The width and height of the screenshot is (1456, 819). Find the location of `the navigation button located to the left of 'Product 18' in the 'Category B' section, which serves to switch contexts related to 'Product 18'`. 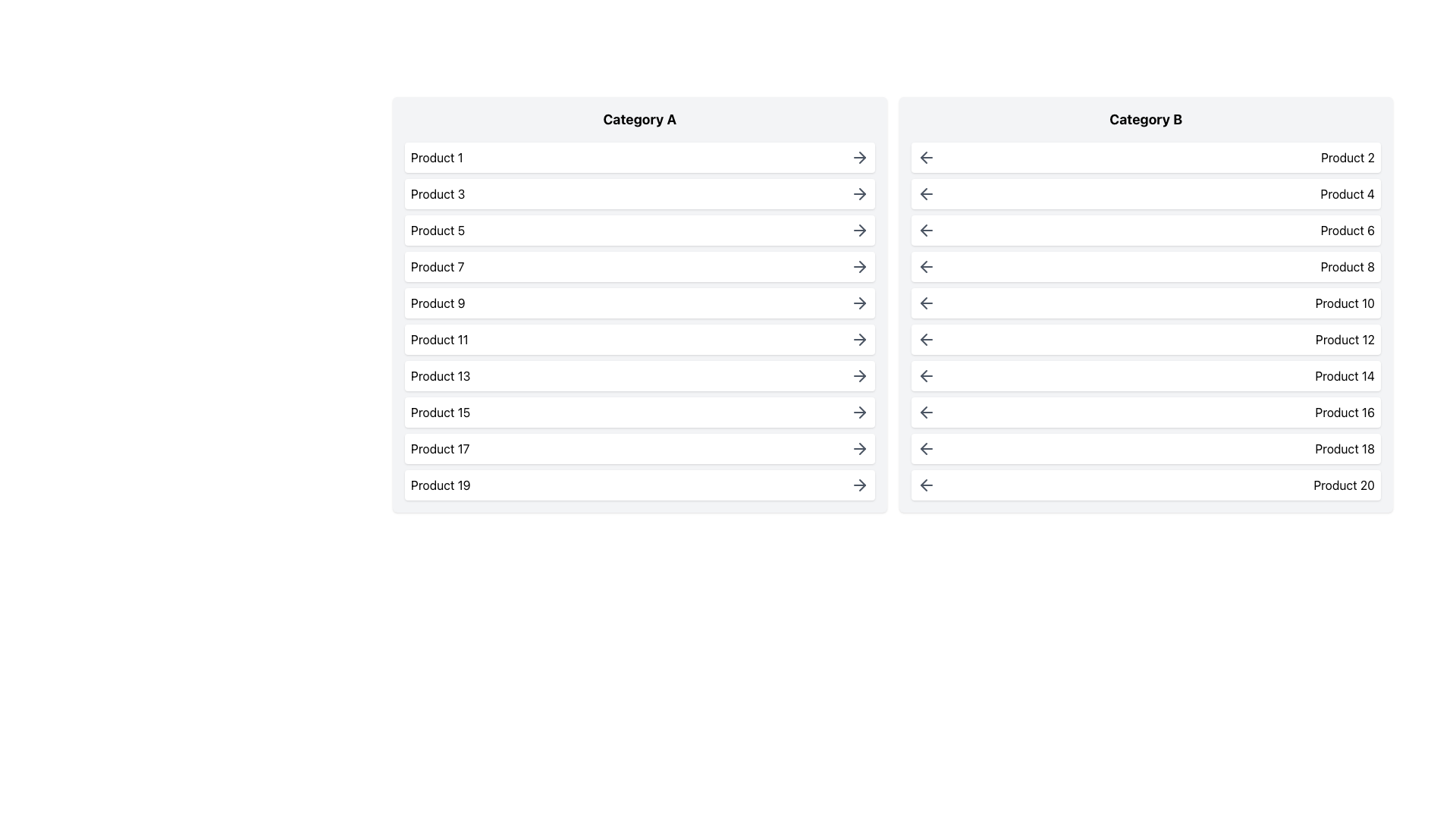

the navigation button located to the left of 'Product 18' in the 'Category B' section, which serves to switch contexts related to 'Product 18' is located at coordinates (925, 447).